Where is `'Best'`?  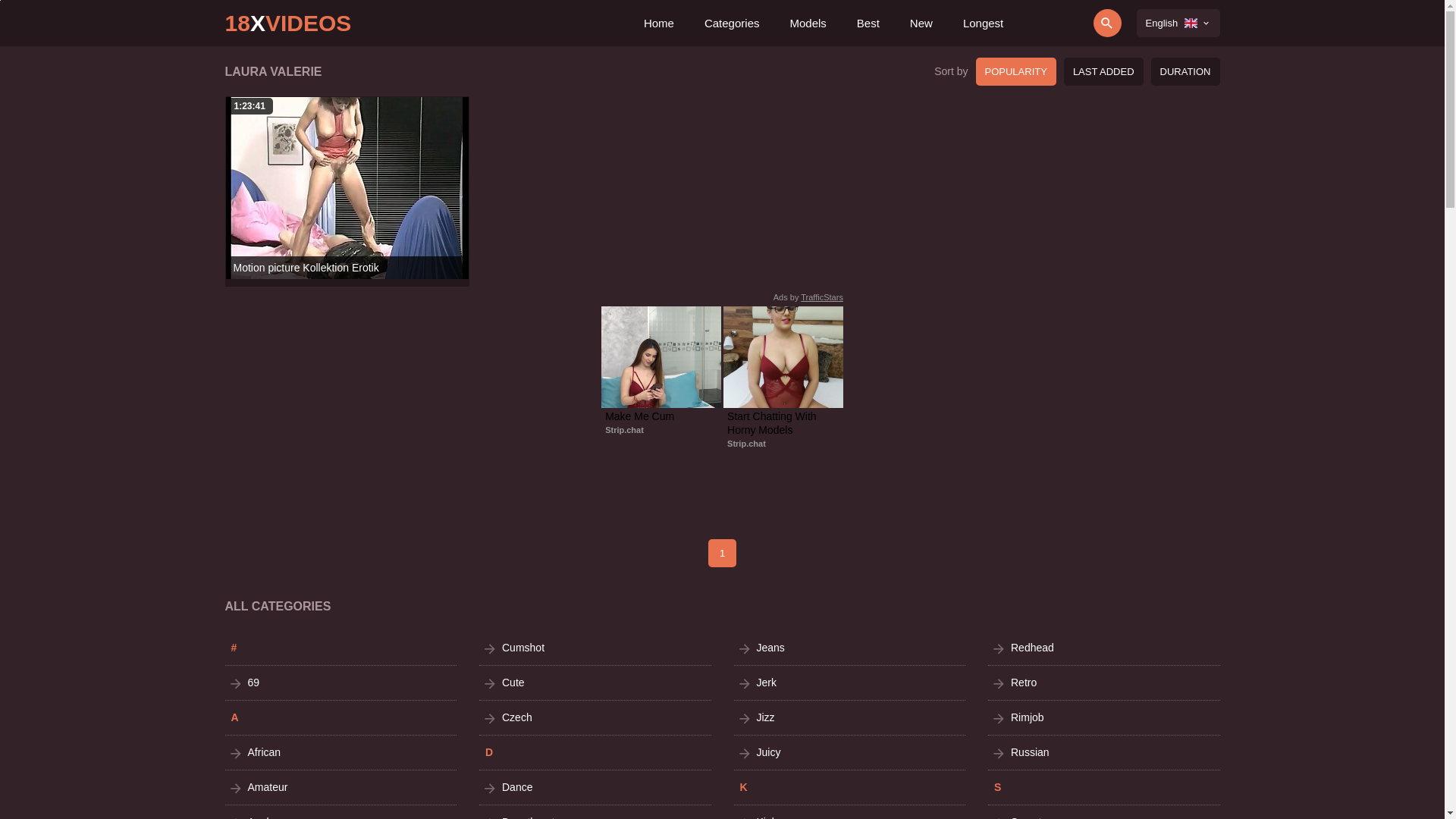
'Best' is located at coordinates (856, 23).